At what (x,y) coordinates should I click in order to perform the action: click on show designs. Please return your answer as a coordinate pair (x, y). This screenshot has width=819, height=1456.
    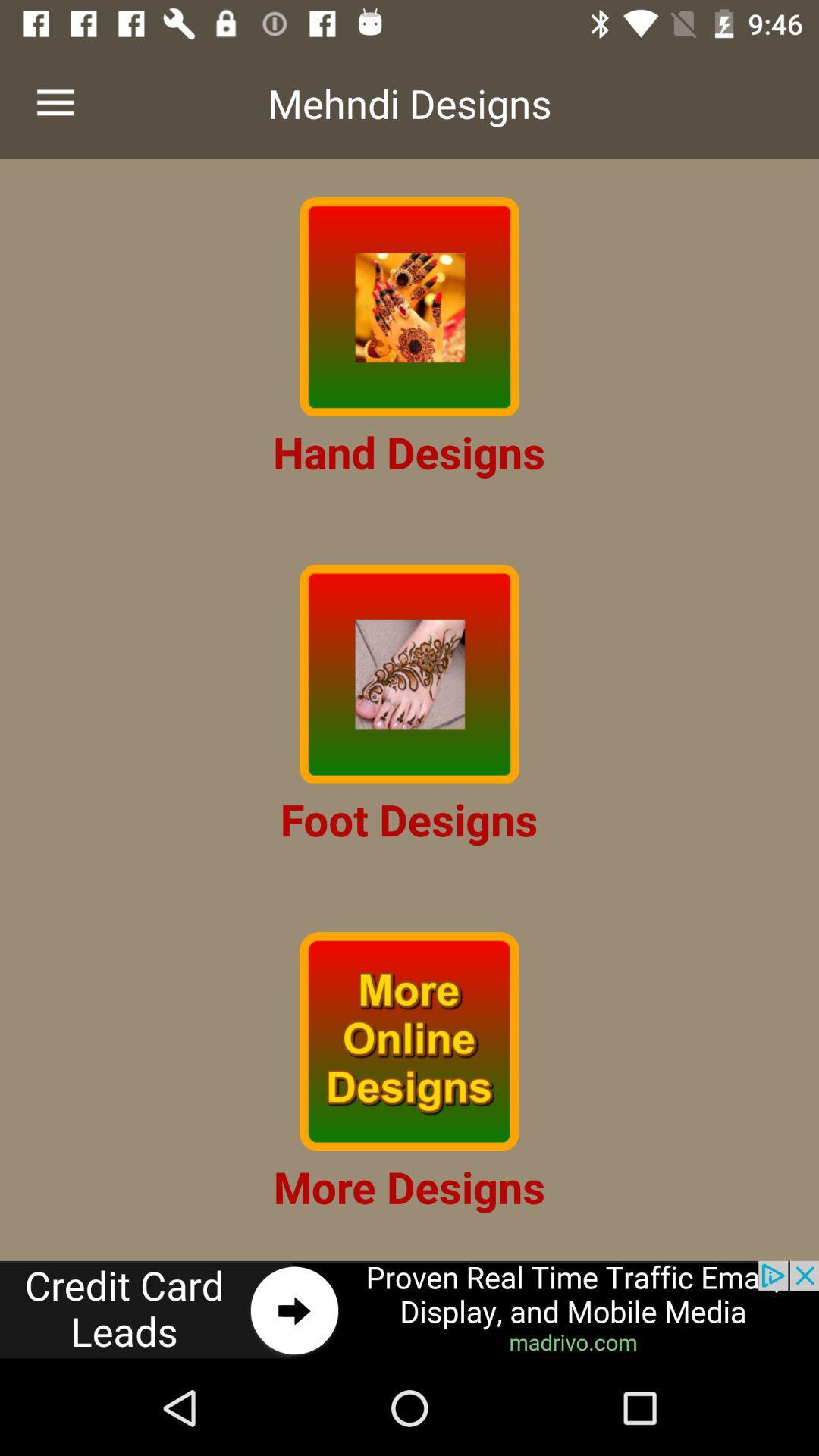
    Looking at the image, I should click on (408, 306).